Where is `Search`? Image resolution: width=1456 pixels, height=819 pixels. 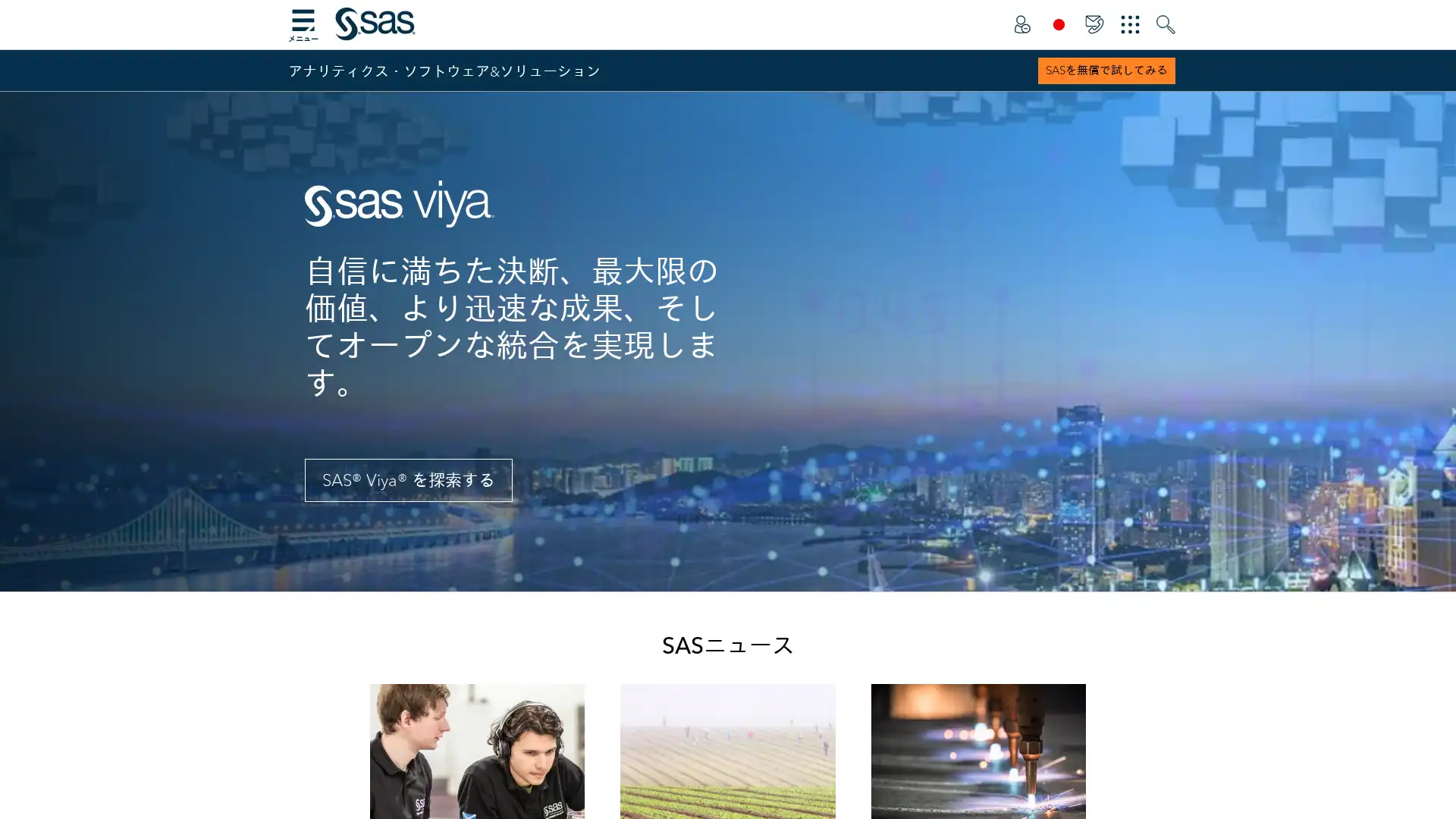
Search is located at coordinates (1165, 24).